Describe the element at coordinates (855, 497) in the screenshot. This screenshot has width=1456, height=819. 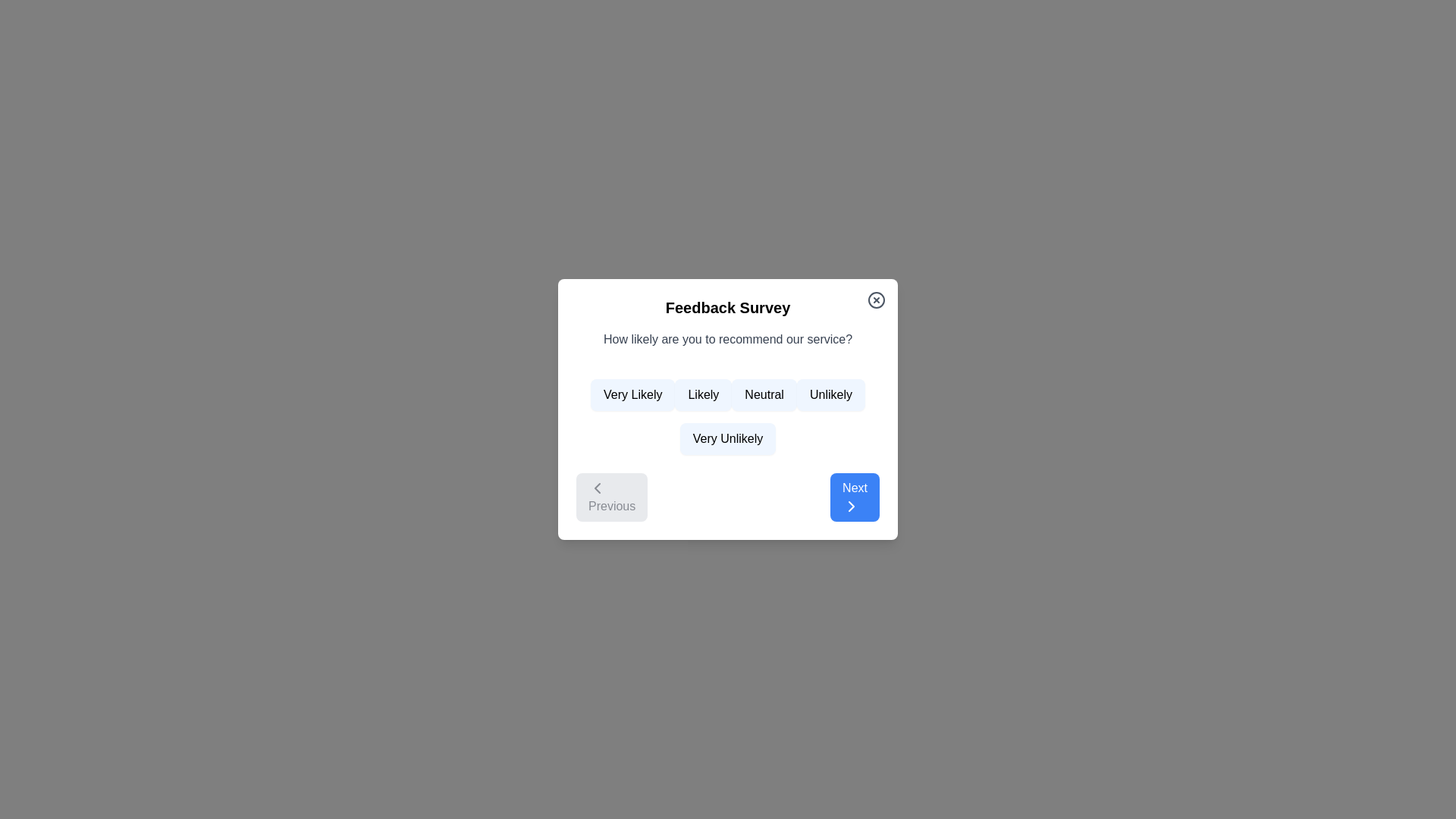
I see `the navigation button located at the bottom-right corner of the feedback survey dialog to proceed to the next page` at that location.